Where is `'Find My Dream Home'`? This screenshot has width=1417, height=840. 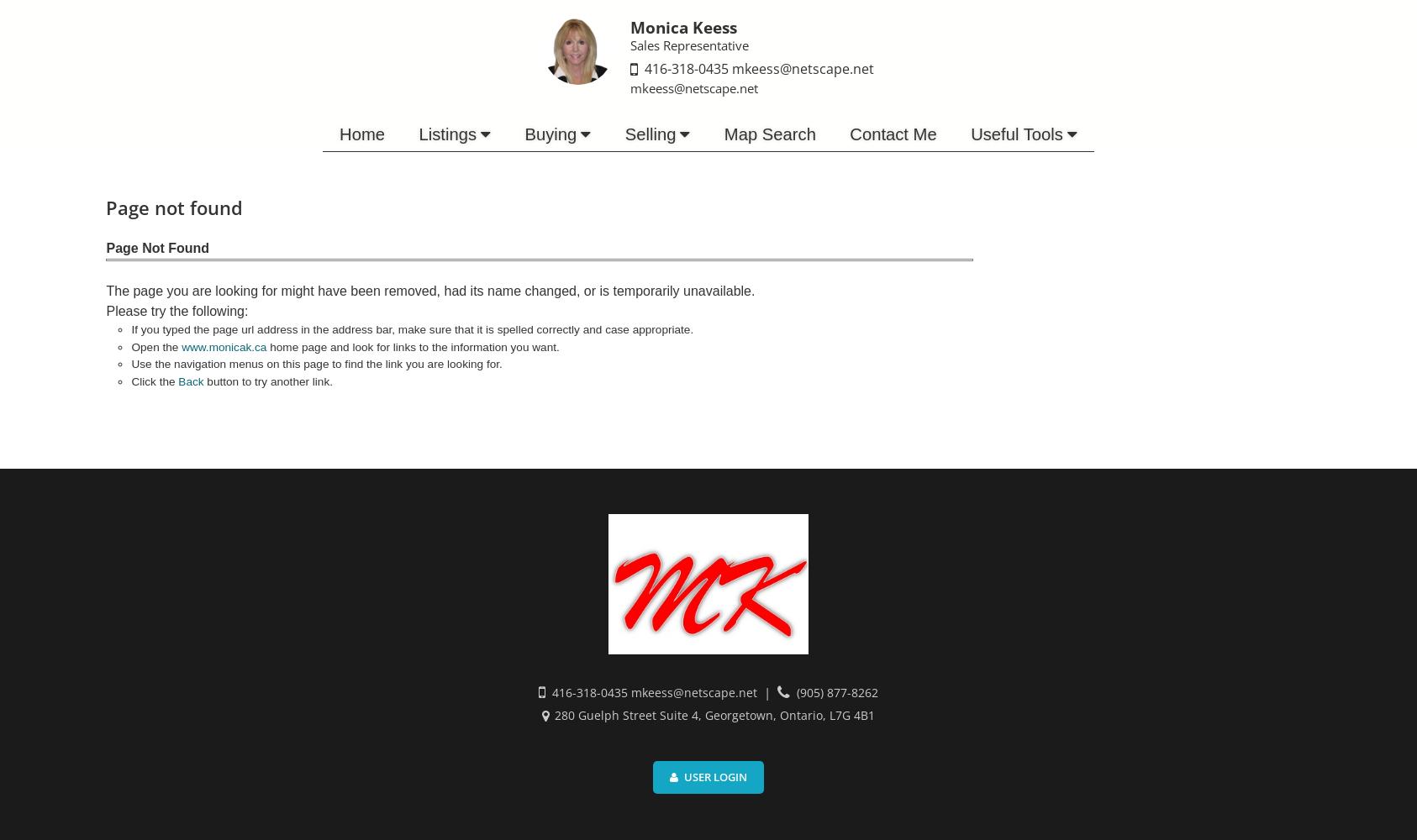 'Find My Dream Home' is located at coordinates (522, 164).